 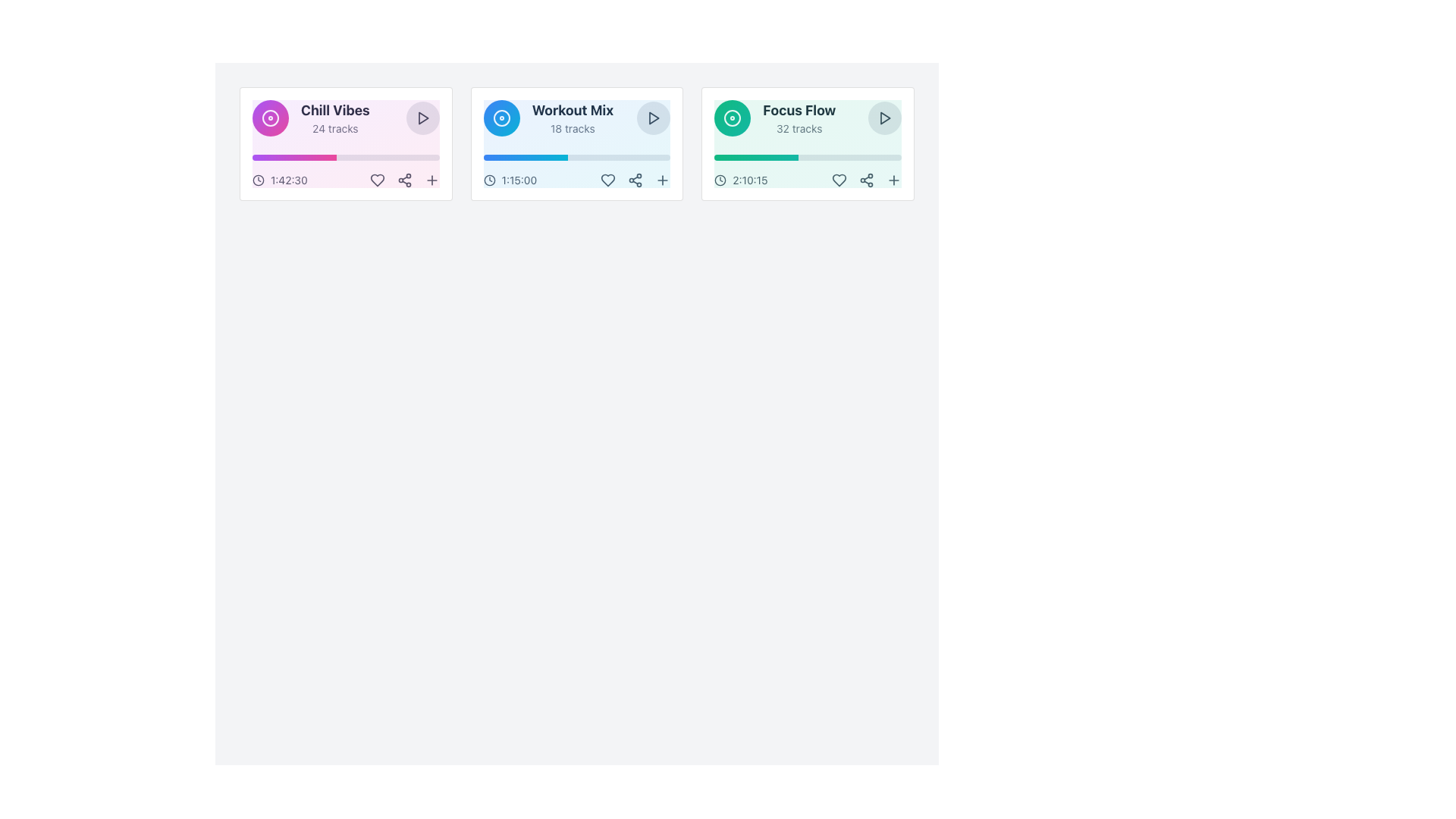 I want to click on the heart-shaped icon with an outline style located at the bottom-right corner of the 'Chill Vibes' card, so click(x=377, y=180).